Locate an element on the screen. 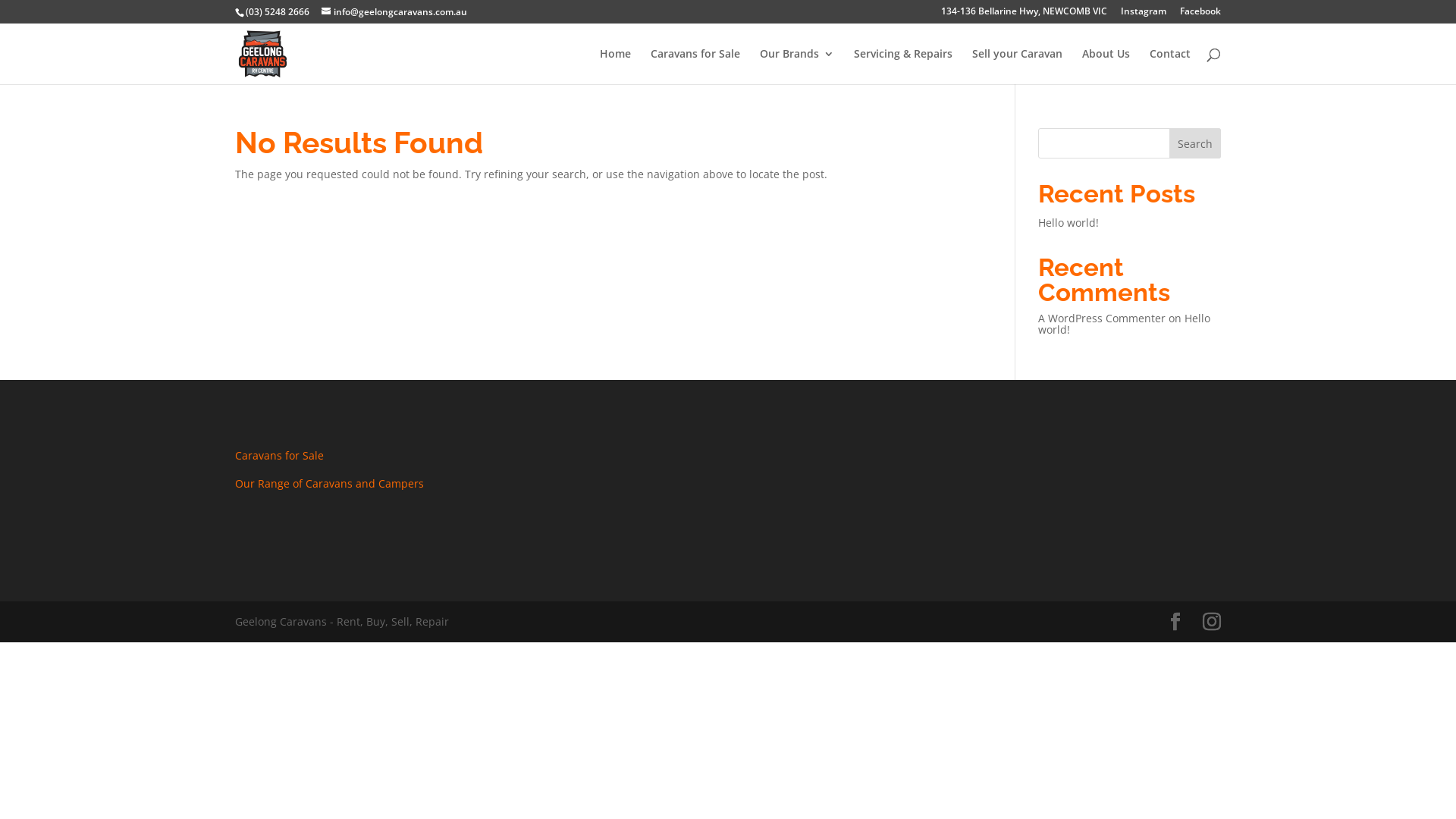  'Sell your Caravan' is located at coordinates (971, 65).